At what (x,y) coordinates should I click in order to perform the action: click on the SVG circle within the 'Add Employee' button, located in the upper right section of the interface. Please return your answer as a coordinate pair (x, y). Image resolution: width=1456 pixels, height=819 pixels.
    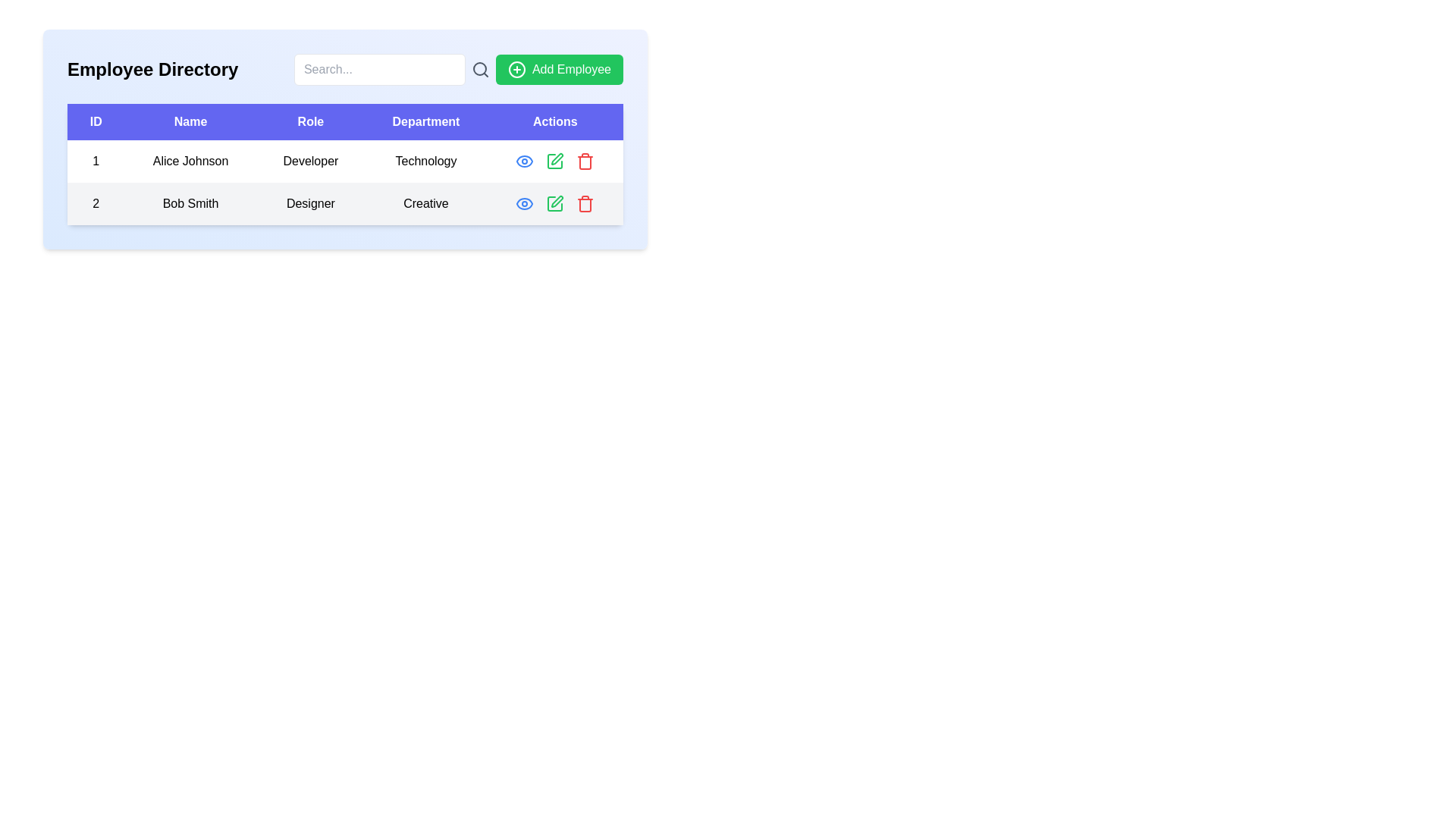
    Looking at the image, I should click on (516, 70).